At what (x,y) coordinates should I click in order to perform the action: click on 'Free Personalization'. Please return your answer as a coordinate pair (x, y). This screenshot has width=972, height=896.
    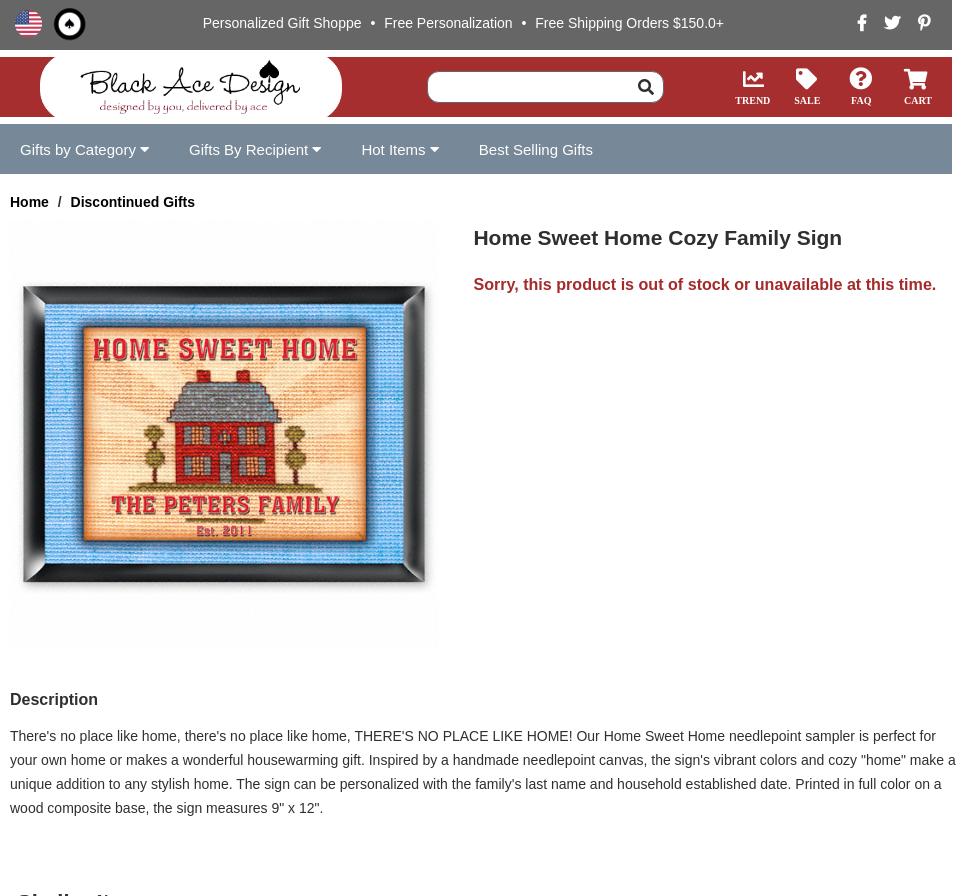
    Looking at the image, I should click on (446, 23).